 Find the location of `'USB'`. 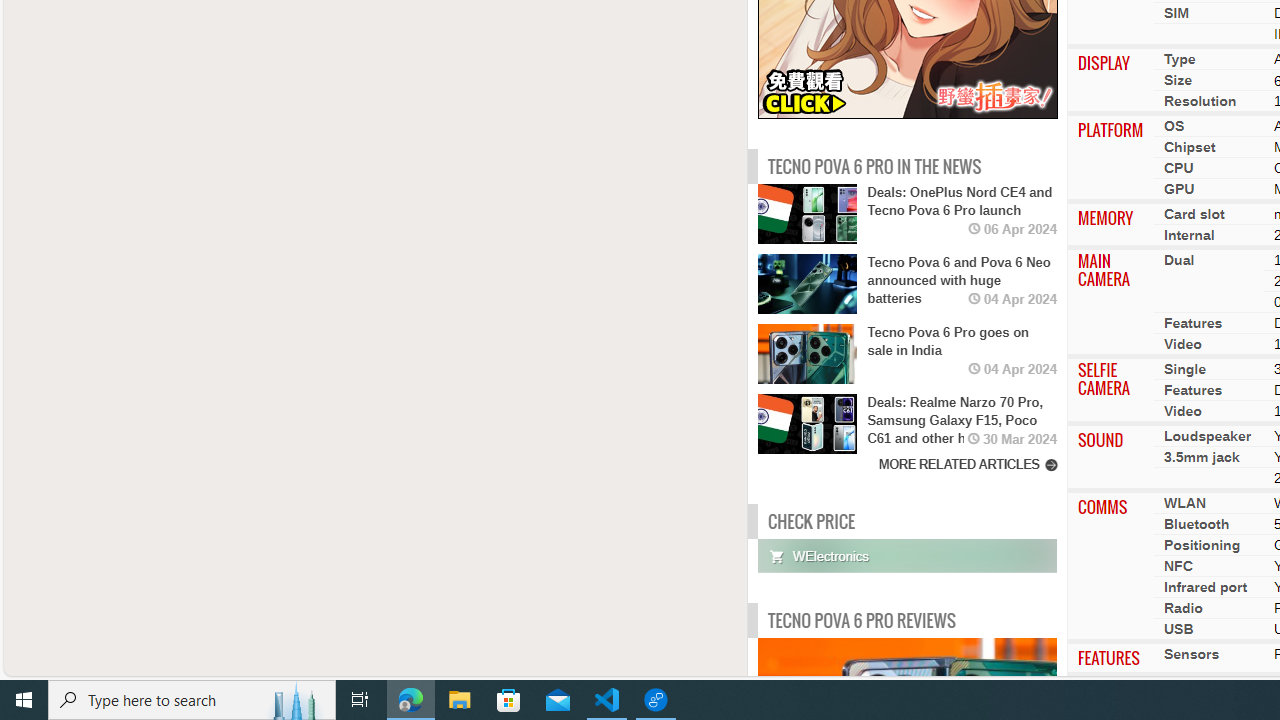

'USB' is located at coordinates (1178, 628).